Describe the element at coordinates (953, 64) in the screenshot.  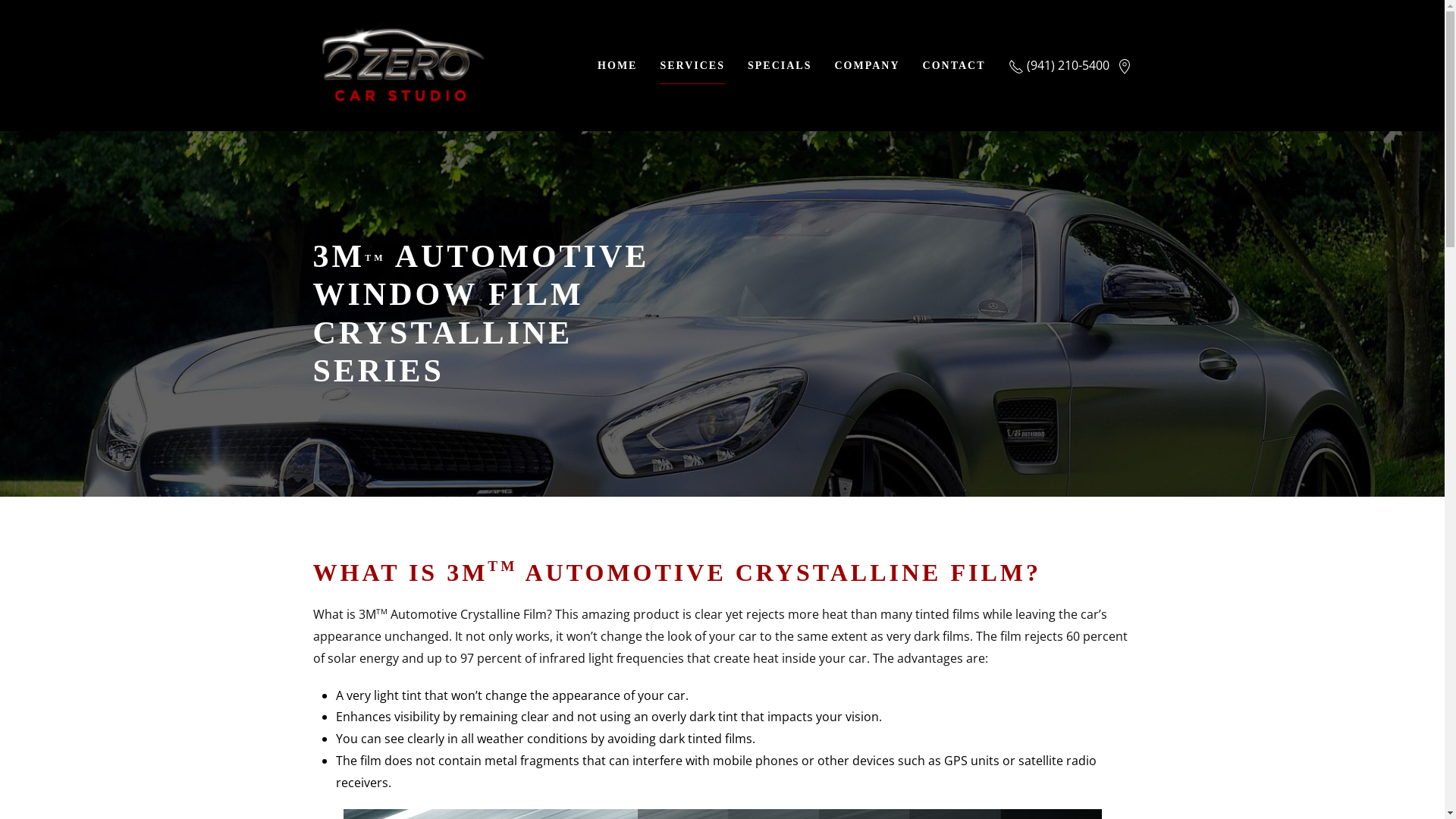
I see `'CONTACT'` at that location.